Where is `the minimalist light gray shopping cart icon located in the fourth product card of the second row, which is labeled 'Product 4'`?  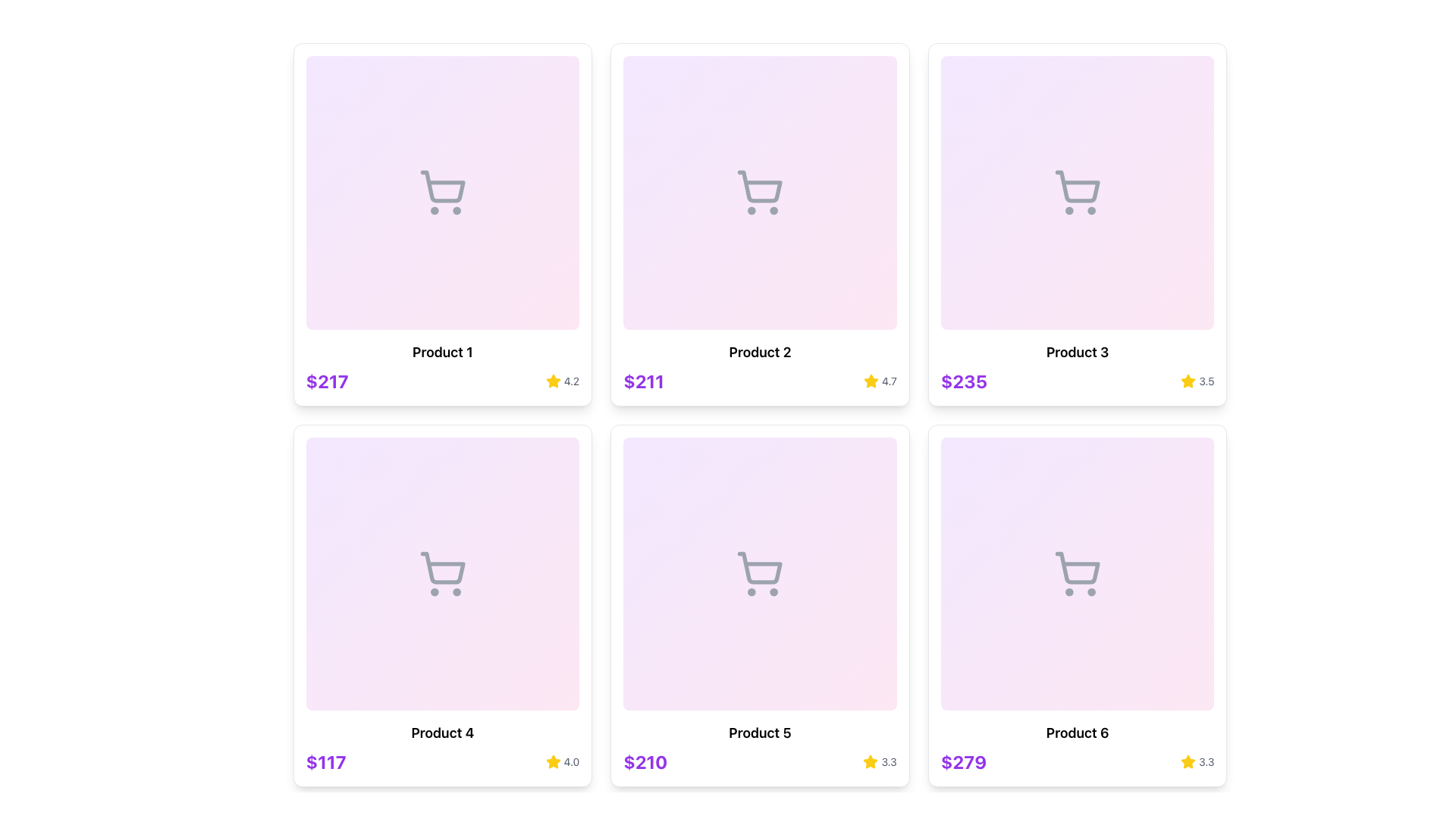 the minimalist light gray shopping cart icon located in the fourth product card of the second row, which is labeled 'Product 4' is located at coordinates (441, 573).